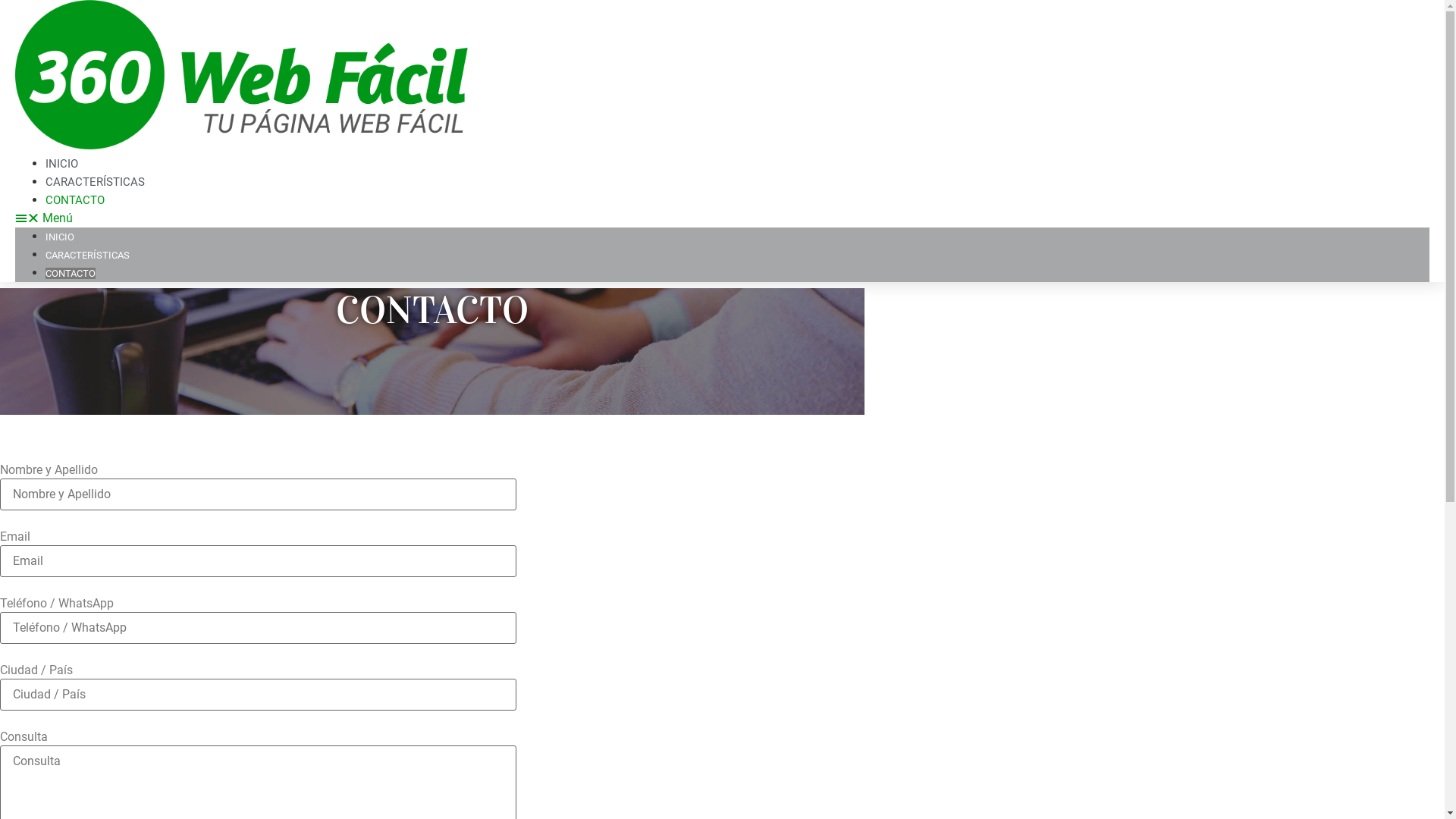 The height and width of the screenshot is (819, 1456). I want to click on 'INICIO', so click(59, 237).